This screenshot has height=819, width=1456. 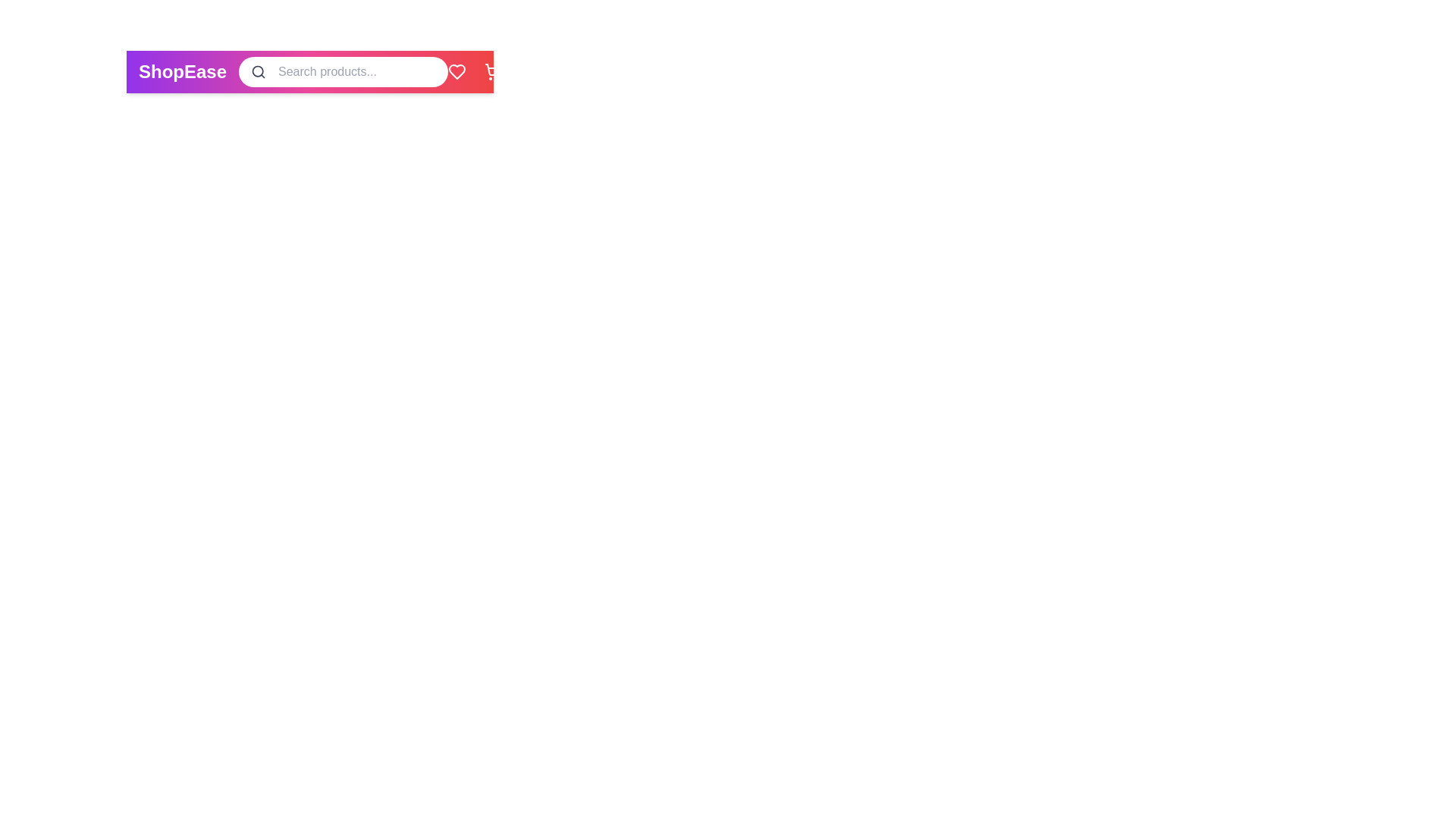 What do you see at coordinates (457, 72) in the screenshot?
I see `the heart icon to view favorites` at bounding box center [457, 72].